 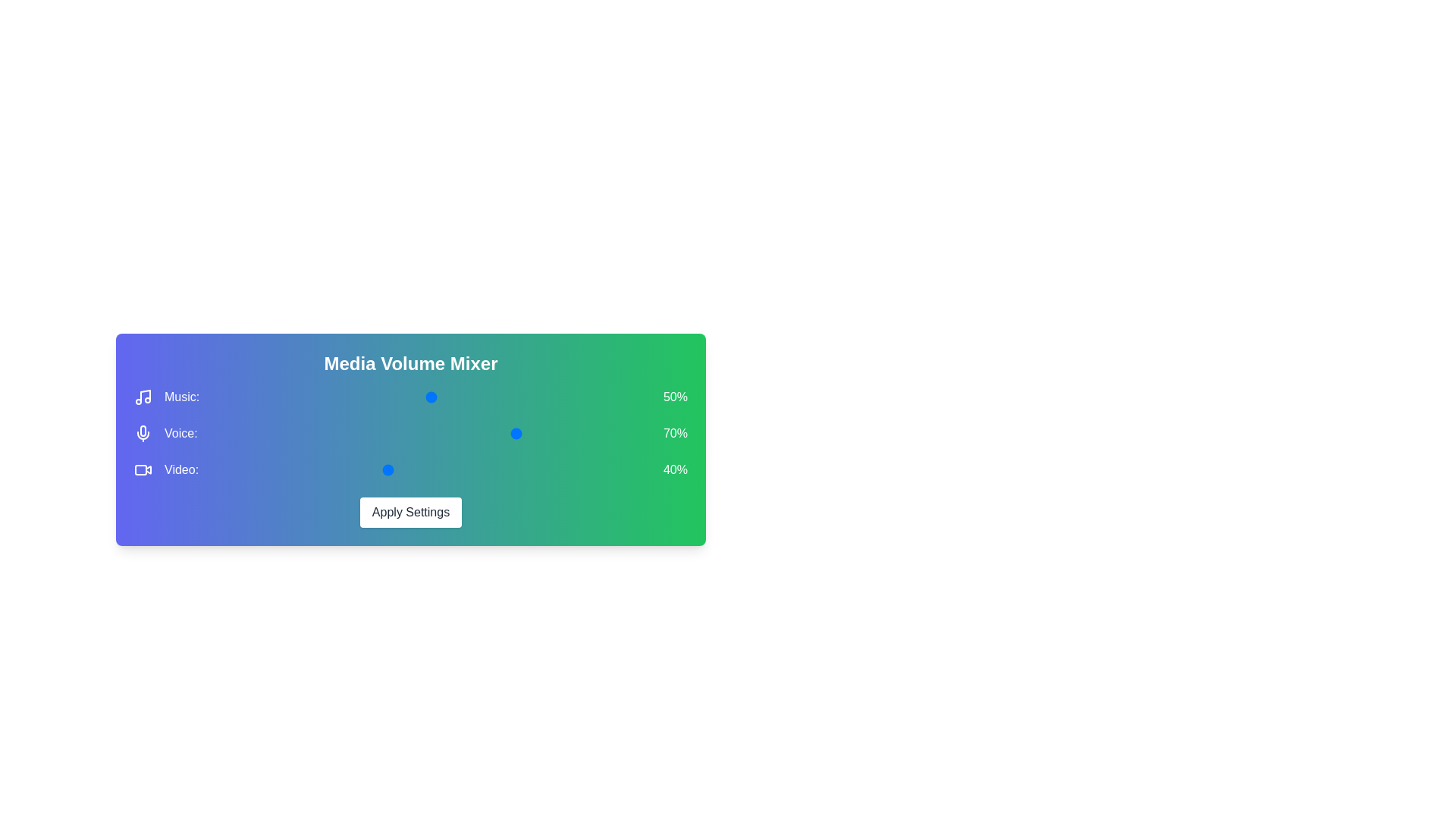 What do you see at coordinates (497, 433) in the screenshot?
I see `the 1 volume to 30% by moving the corresponding slider` at bounding box center [497, 433].